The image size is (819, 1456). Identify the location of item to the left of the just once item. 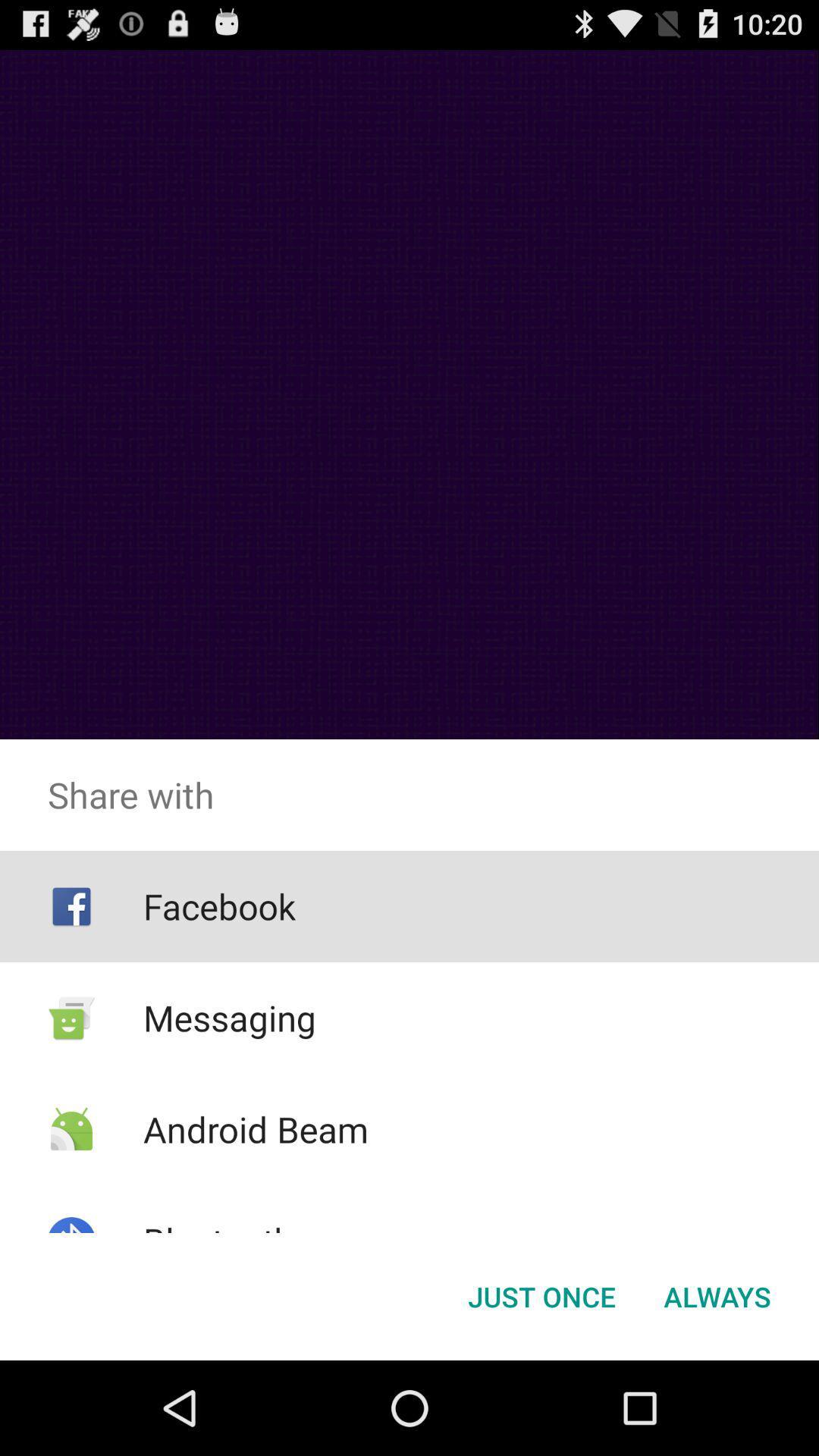
(218, 1241).